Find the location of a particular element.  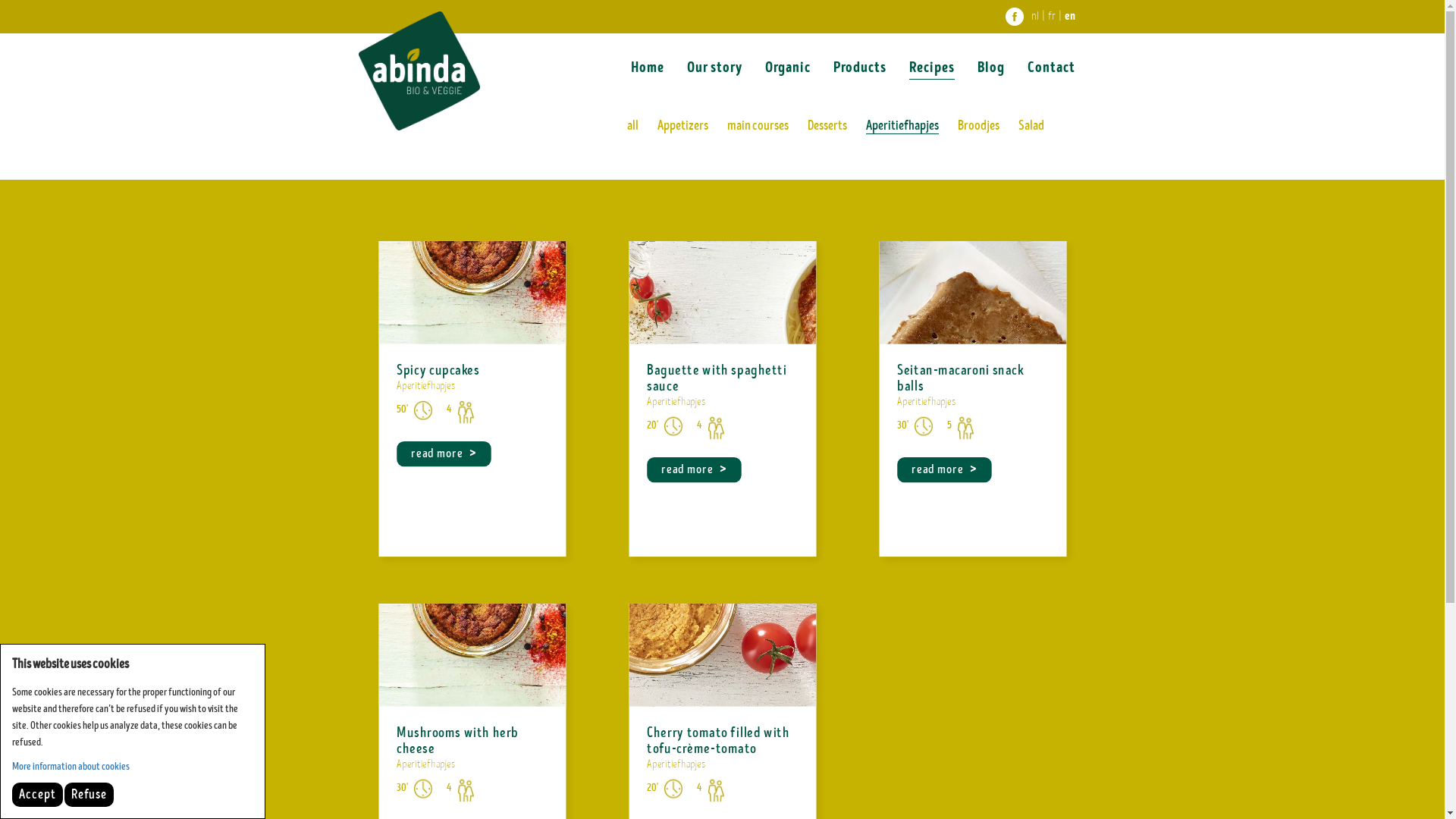

'nl' is located at coordinates (1034, 16).